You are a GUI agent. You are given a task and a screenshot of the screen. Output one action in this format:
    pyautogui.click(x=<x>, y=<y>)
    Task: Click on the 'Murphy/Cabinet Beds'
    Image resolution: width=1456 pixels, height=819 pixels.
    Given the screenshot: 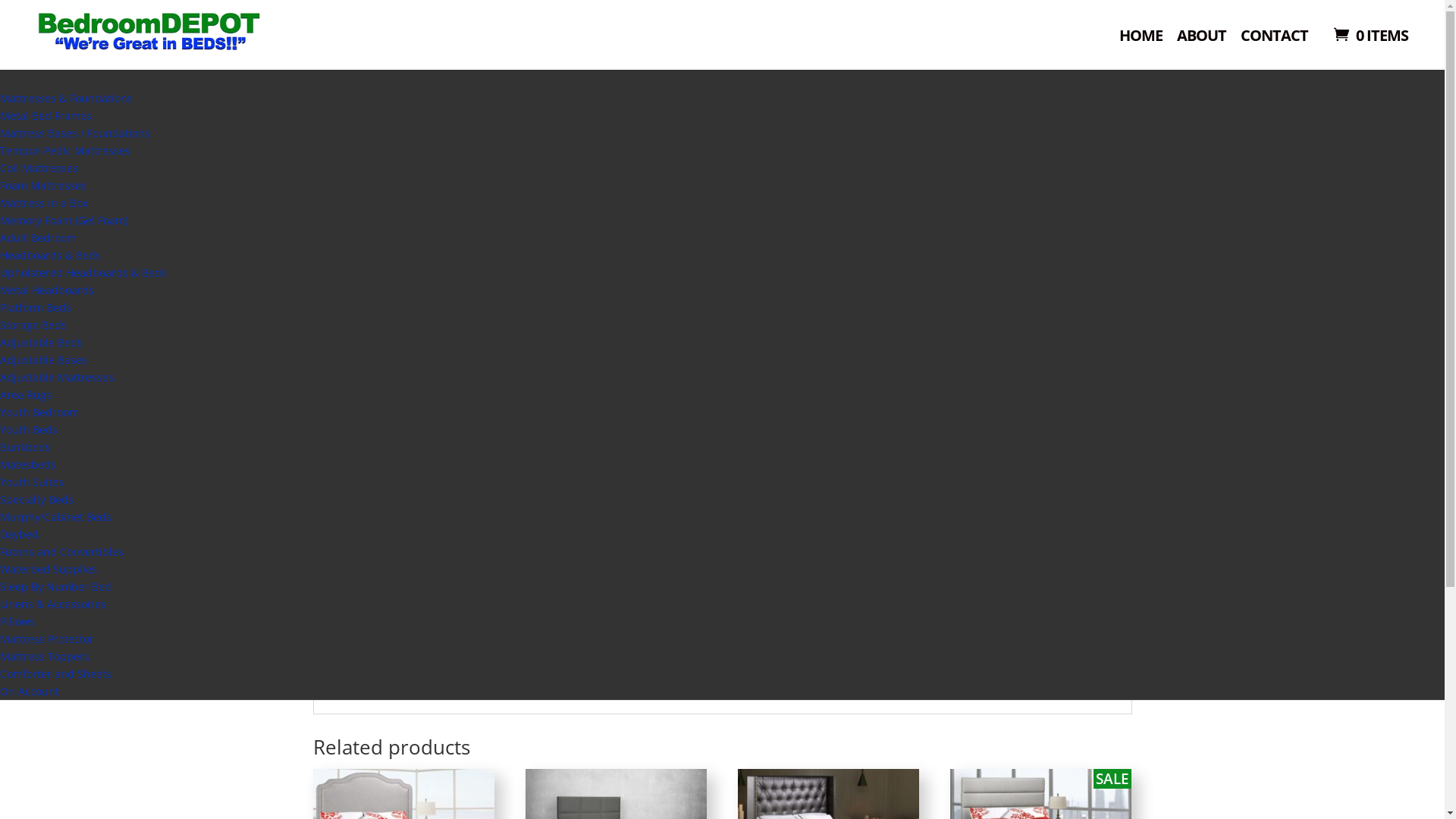 What is the action you would take?
    pyautogui.click(x=0, y=516)
    